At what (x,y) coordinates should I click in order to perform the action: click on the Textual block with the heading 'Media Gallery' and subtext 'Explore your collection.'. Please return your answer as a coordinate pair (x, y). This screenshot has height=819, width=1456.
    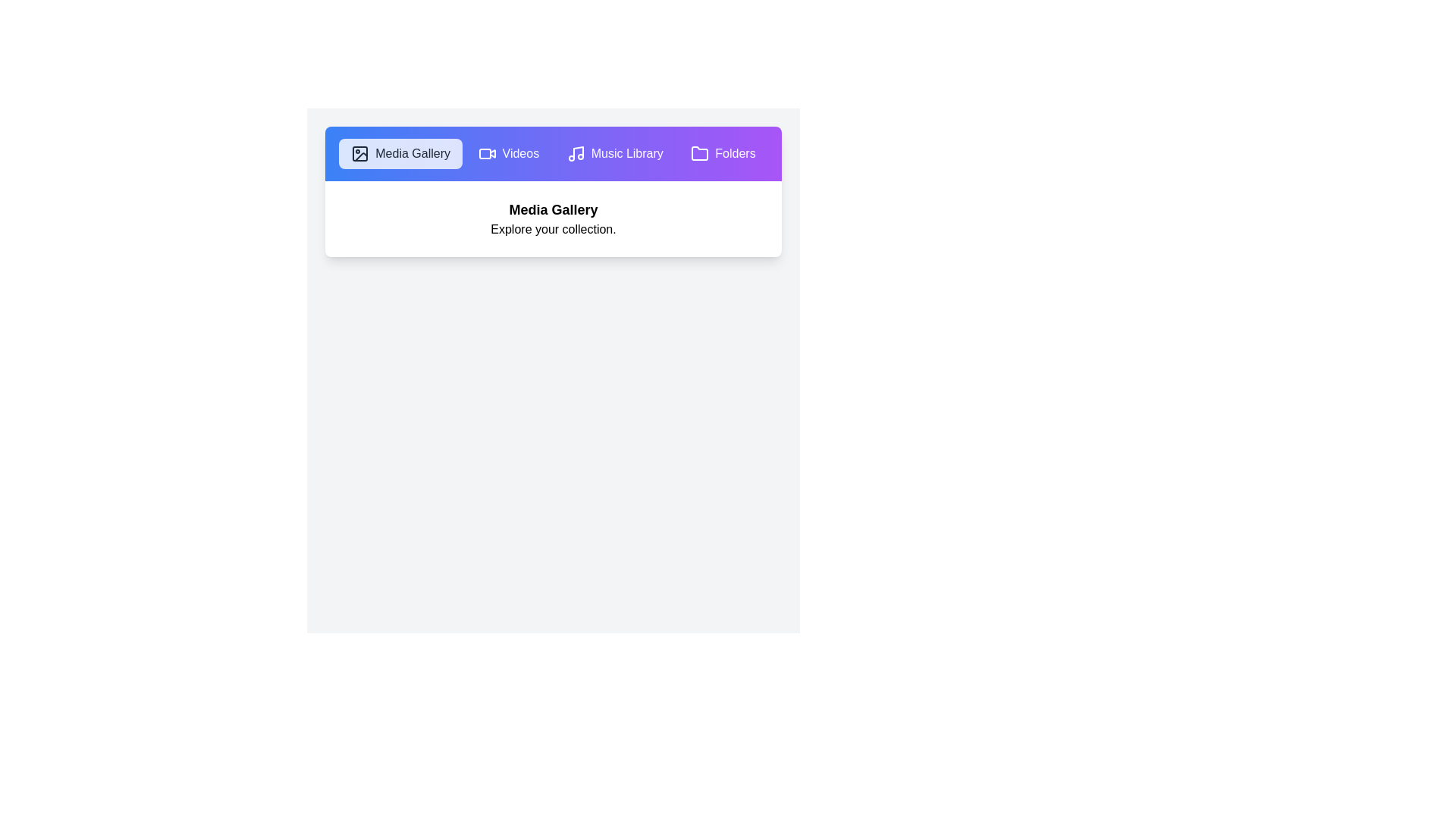
    Looking at the image, I should click on (552, 219).